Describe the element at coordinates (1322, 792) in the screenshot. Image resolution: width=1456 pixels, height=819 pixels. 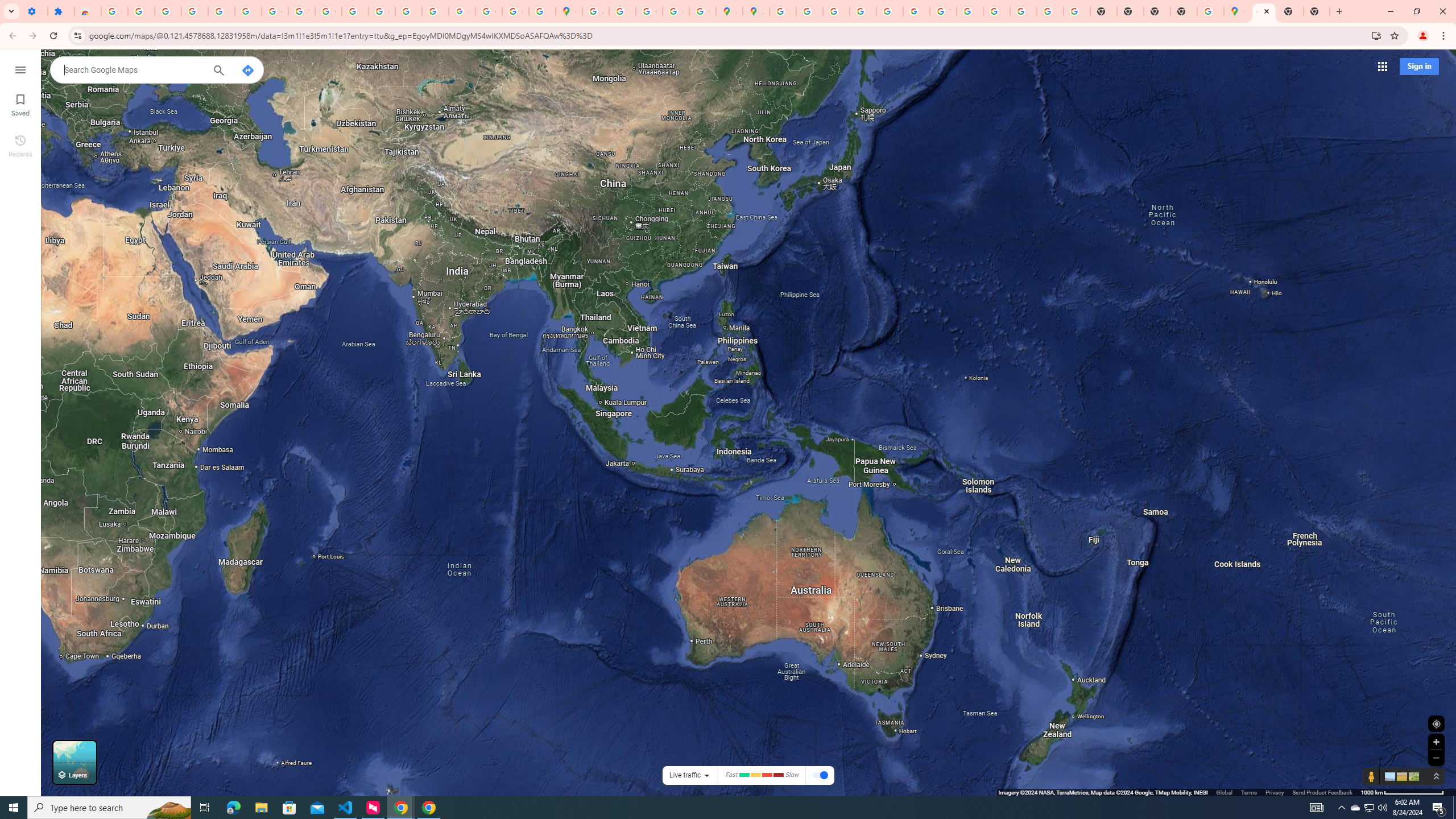
I see `'Send Product Feedback'` at that location.